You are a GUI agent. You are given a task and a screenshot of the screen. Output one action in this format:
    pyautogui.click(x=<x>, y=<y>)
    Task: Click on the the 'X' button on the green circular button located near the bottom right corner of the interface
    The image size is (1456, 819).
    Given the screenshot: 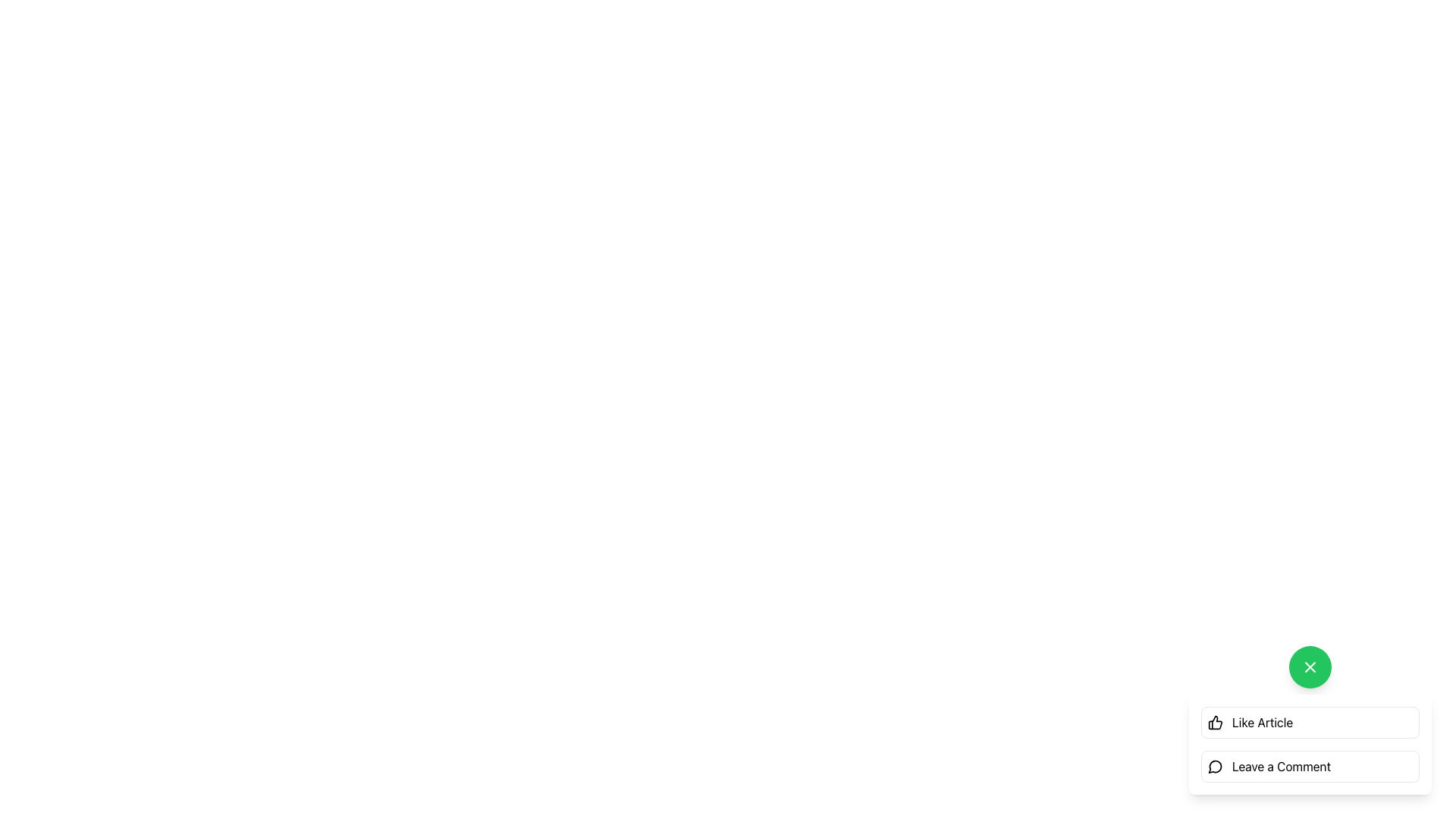 What is the action you would take?
    pyautogui.click(x=1310, y=666)
    